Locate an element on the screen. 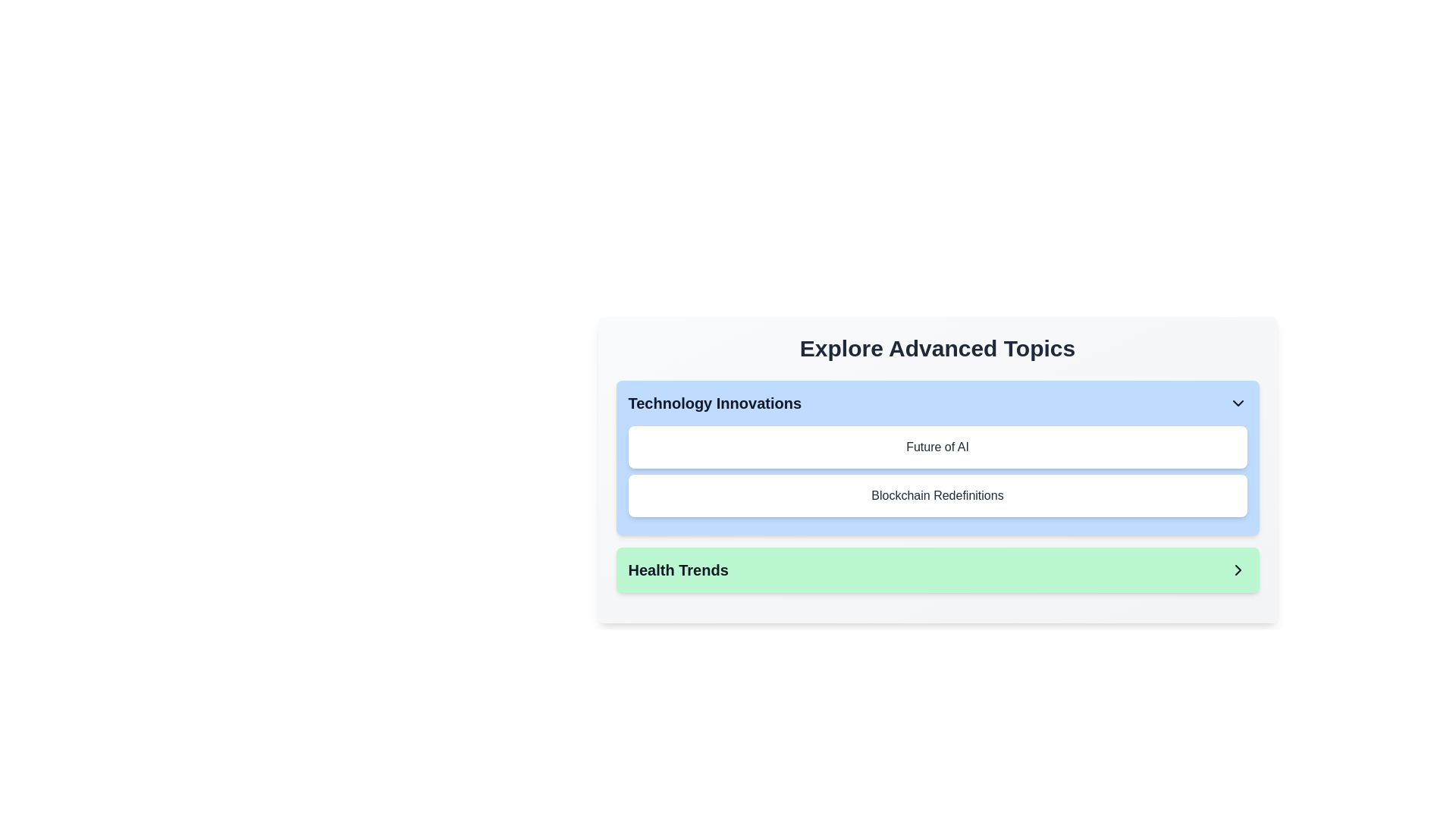 This screenshot has height=819, width=1456. text of the 'Blockchain Redefinitions' label located within the white, rounded rectangle card in the 'Technology Innovations' section of the 'Explore Advanced Topics' interface is located at coordinates (937, 496).